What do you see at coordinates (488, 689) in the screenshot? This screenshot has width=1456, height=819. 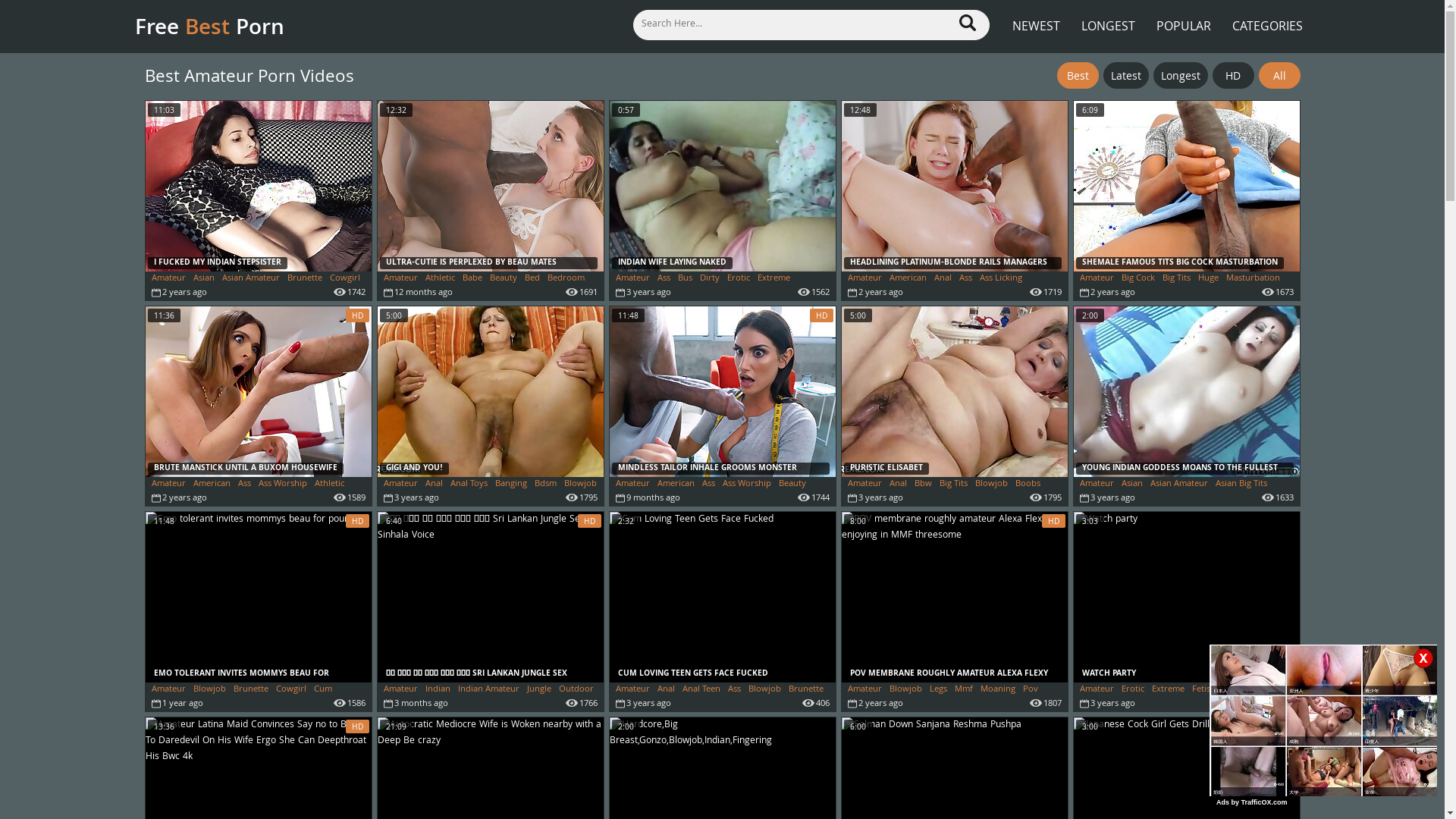 I see `'Indian Amateur'` at bounding box center [488, 689].